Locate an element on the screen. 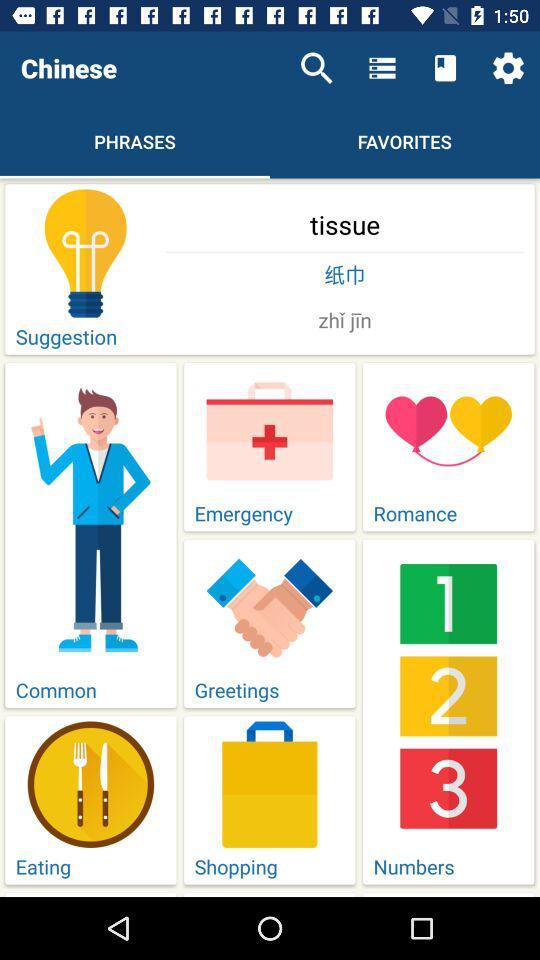 This screenshot has width=540, height=960. the item above the favorites is located at coordinates (445, 68).